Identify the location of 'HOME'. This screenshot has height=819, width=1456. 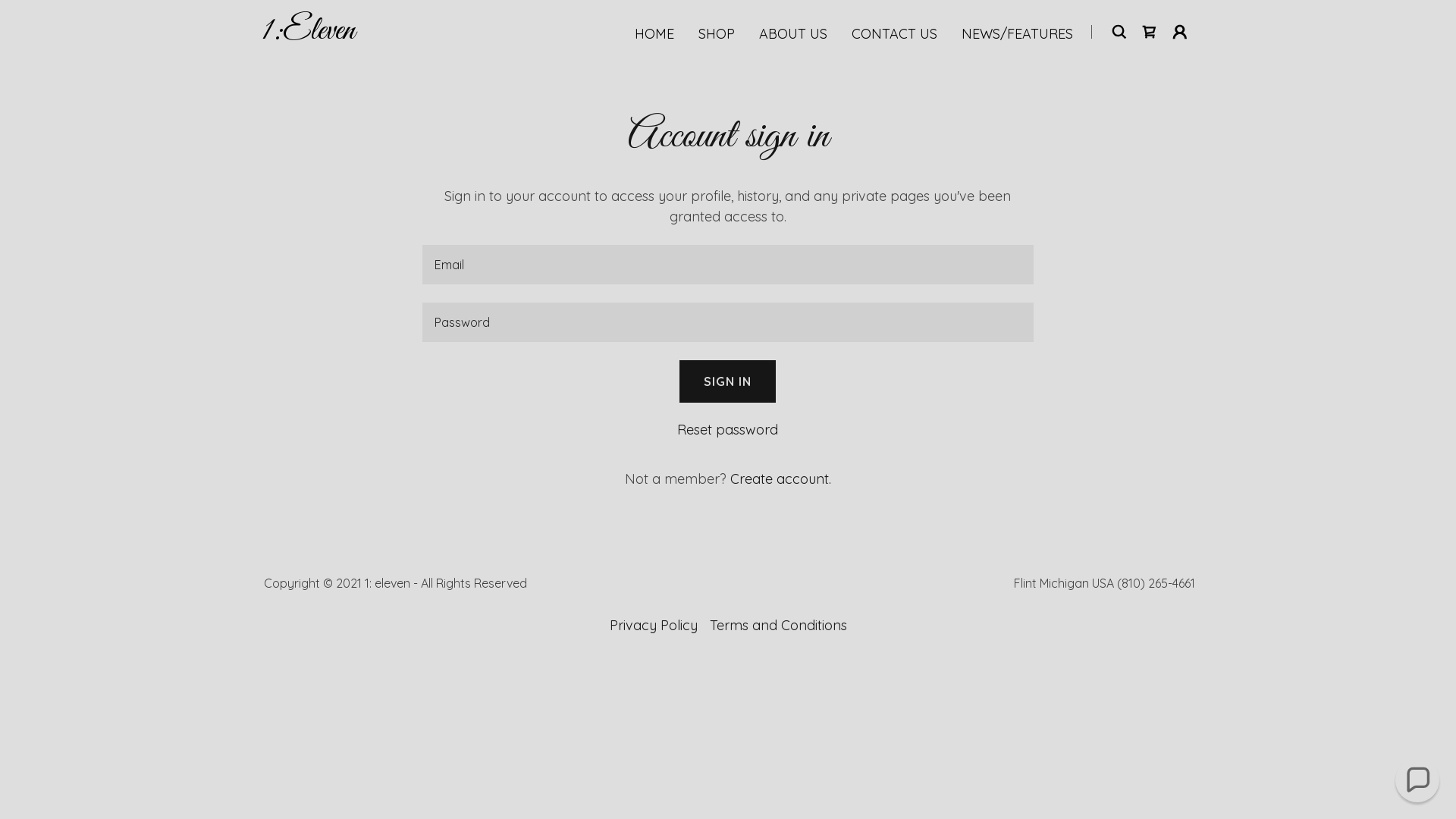
(654, 34).